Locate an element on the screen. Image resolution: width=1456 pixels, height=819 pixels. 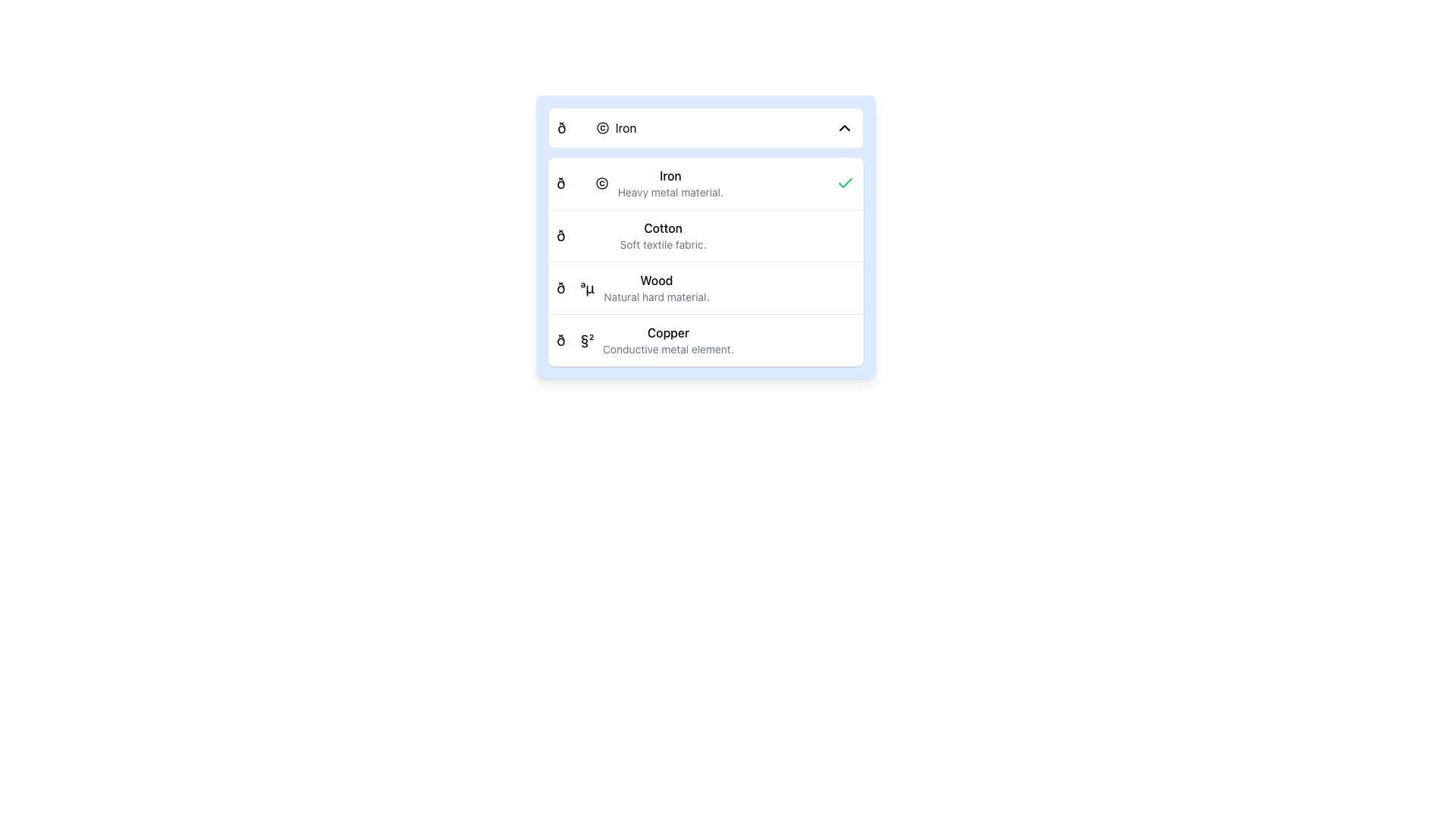
the third list item labeled 'Wood', which includes an icon and the description 'Natural hard material.' is located at coordinates (633, 288).